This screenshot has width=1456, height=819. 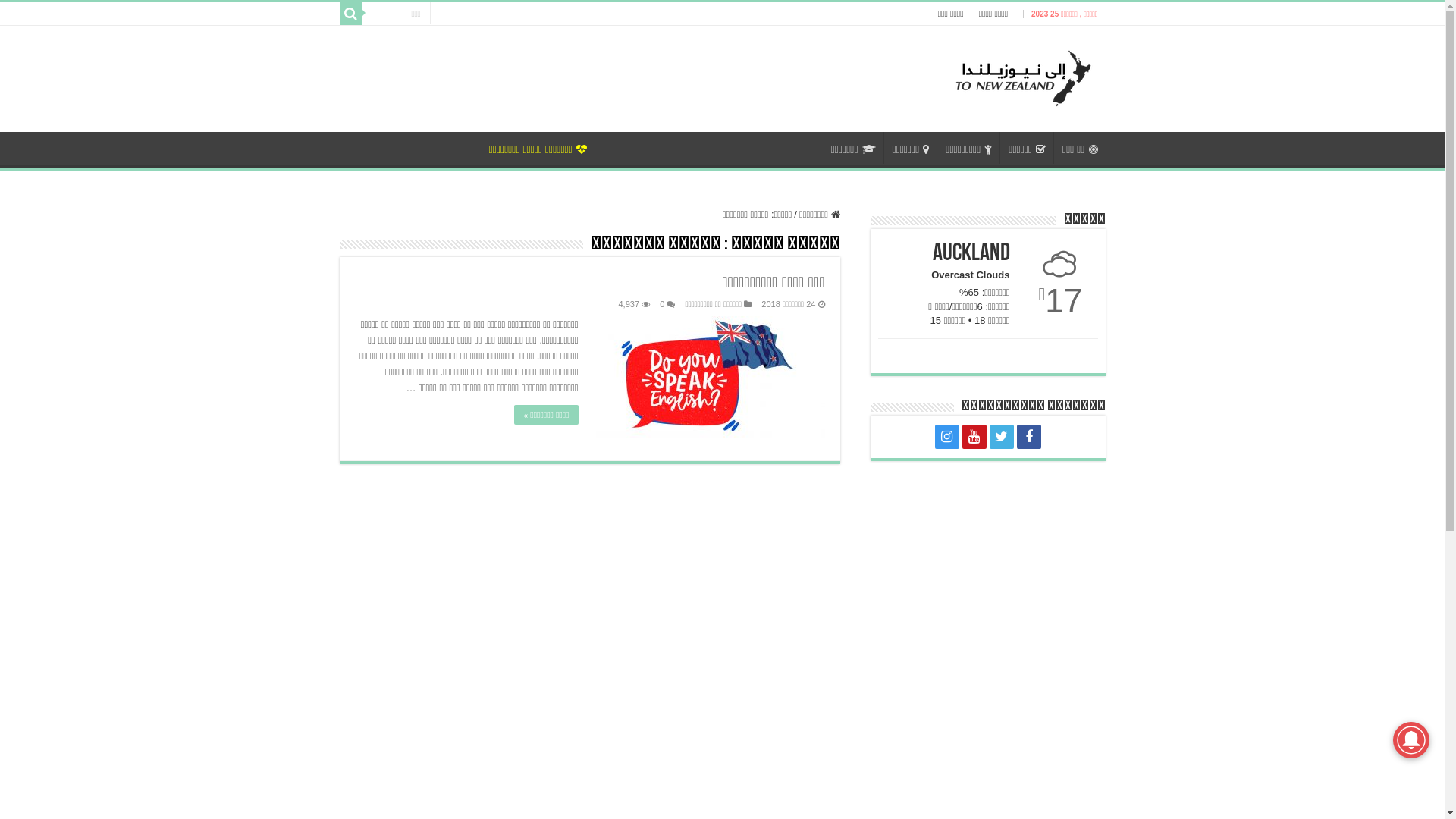 I want to click on '0', so click(x=662, y=304).